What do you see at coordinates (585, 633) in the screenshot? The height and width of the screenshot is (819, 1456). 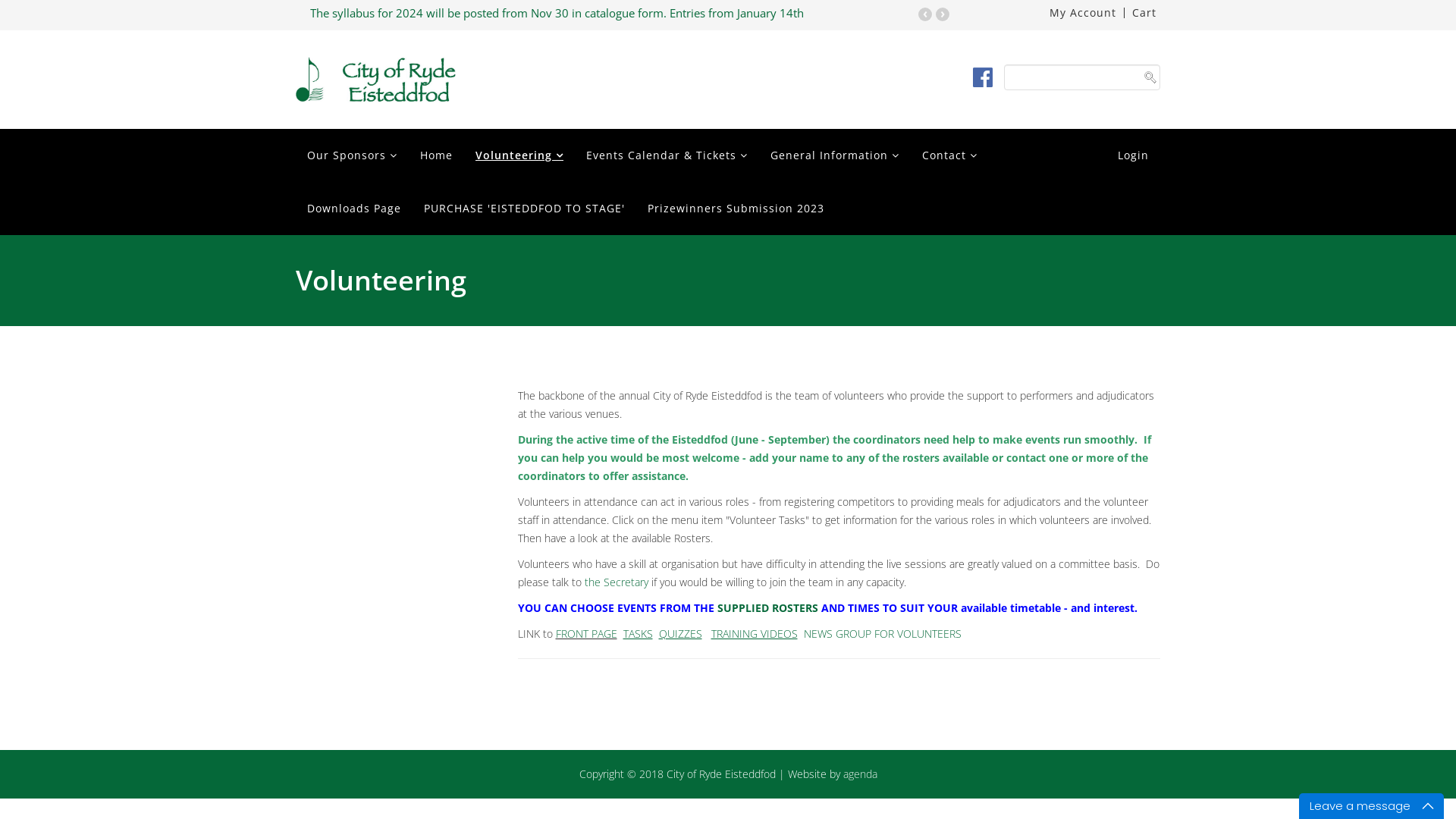 I see `'FRONT PAGE'` at bounding box center [585, 633].